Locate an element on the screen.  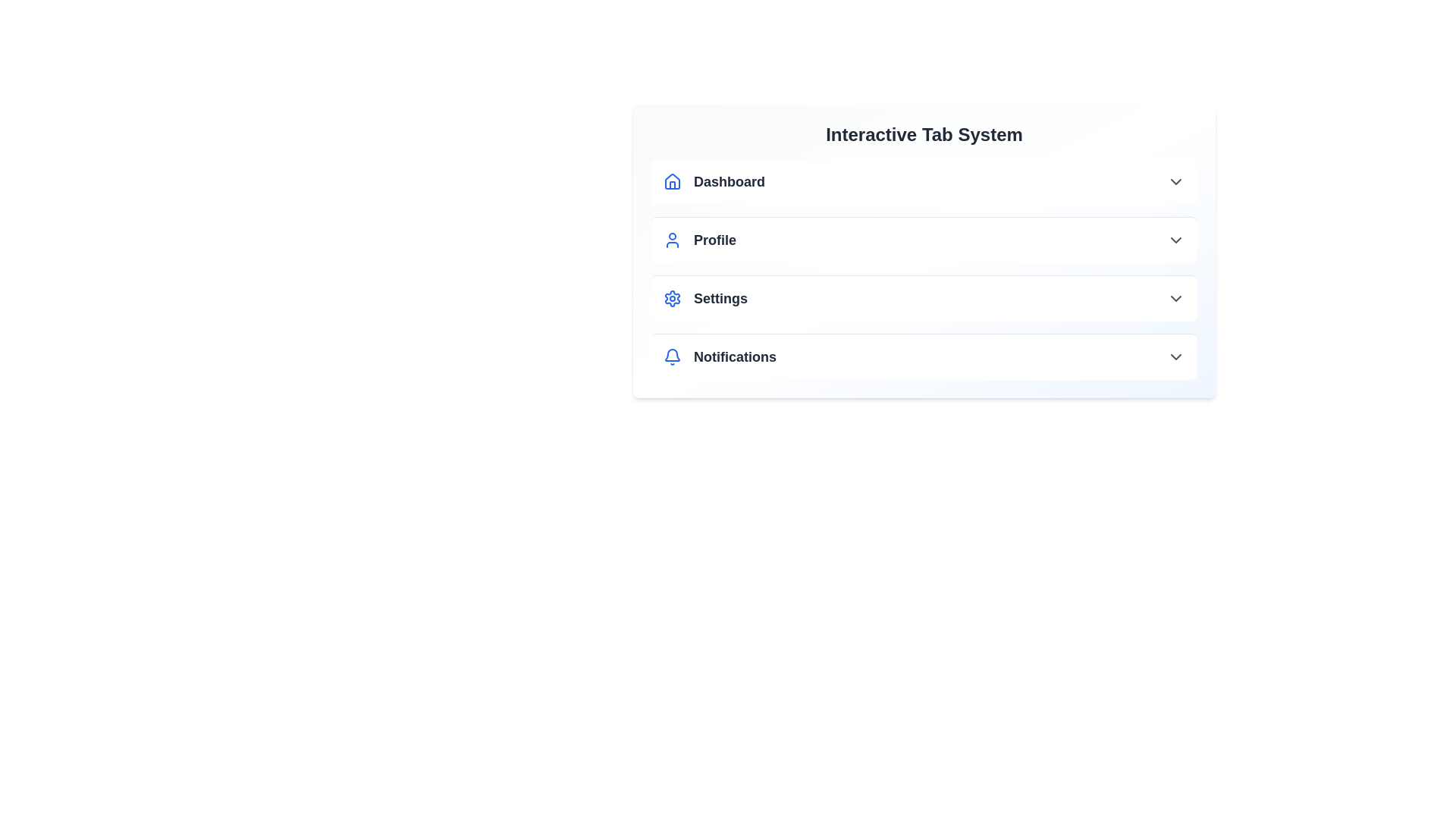
the downward-pointing chevron icon styled with gray color at the end of the 'Profile' row, which signifies a dropdown expansion option is located at coordinates (1175, 239).